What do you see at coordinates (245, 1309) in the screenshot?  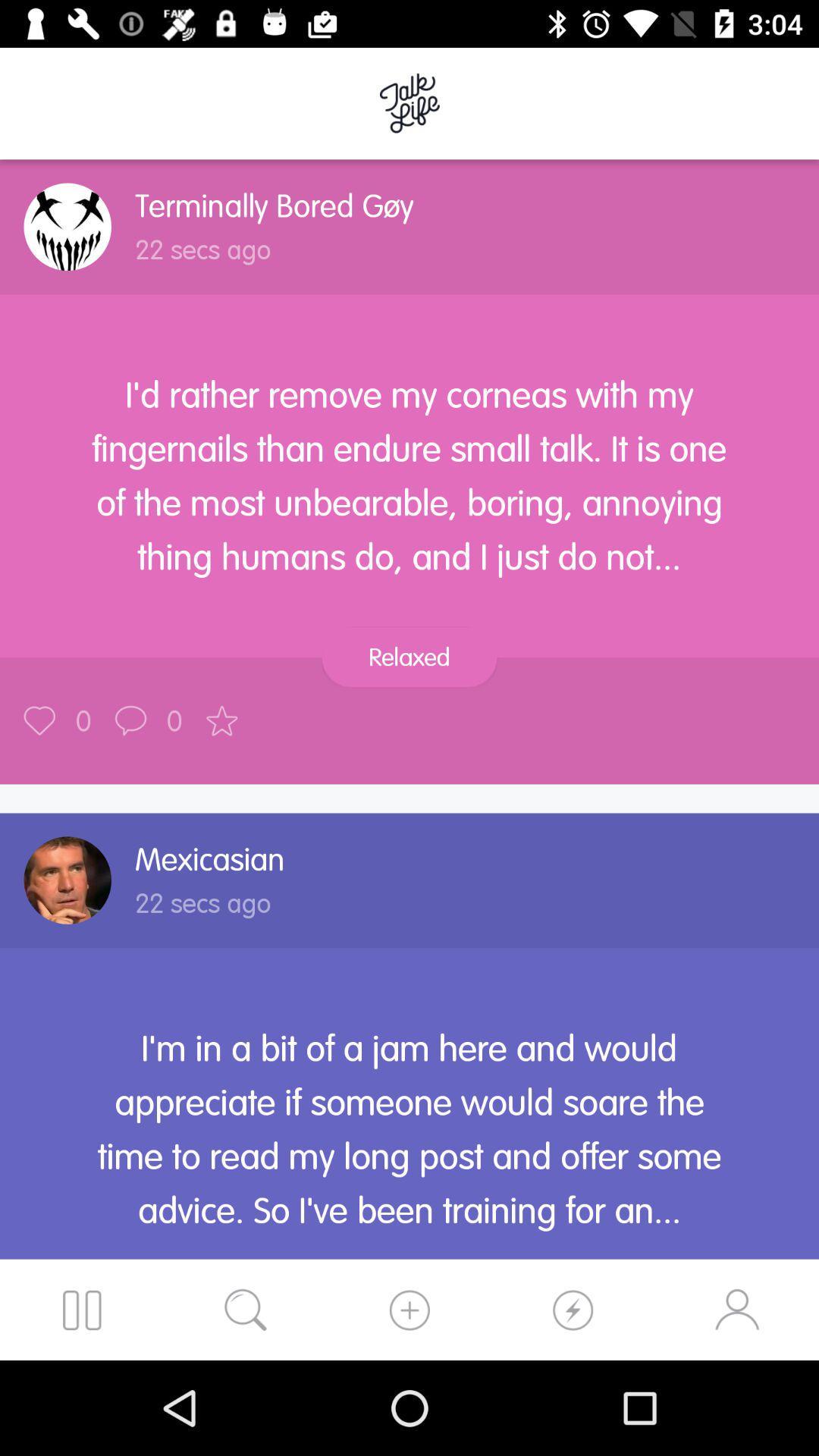 I see `the search icon` at bounding box center [245, 1309].